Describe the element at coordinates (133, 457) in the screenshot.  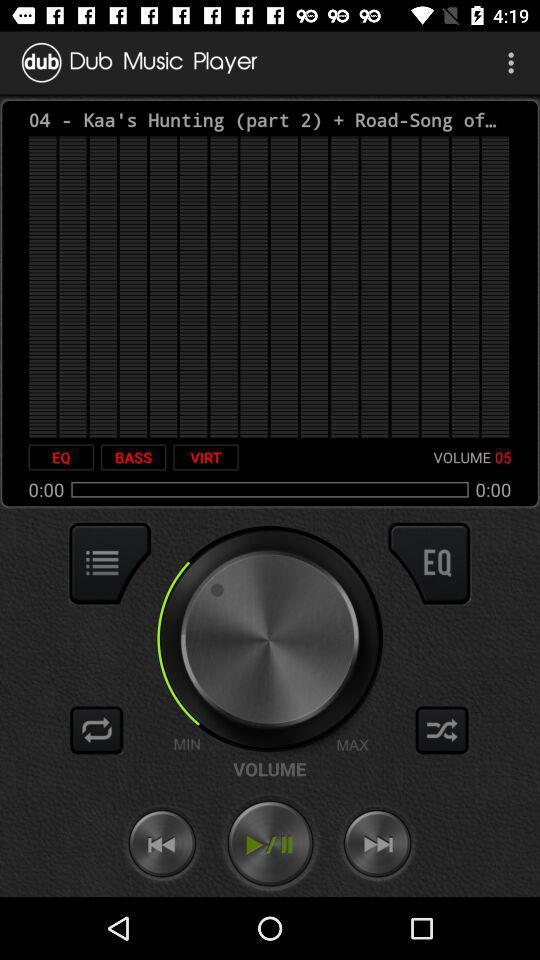
I see `bass` at that location.